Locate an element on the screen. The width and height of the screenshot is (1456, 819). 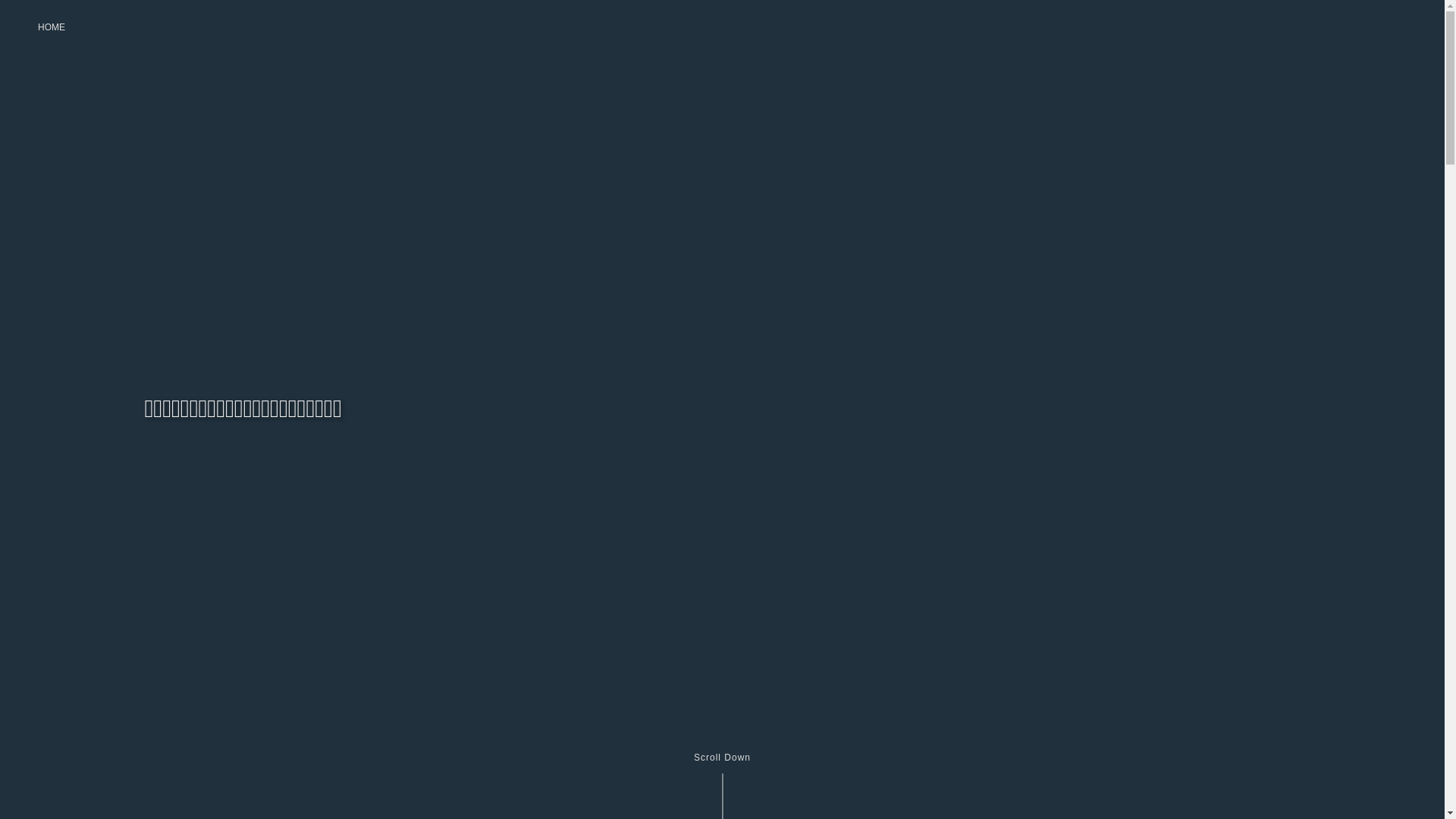
'HOME' is located at coordinates (51, 27).